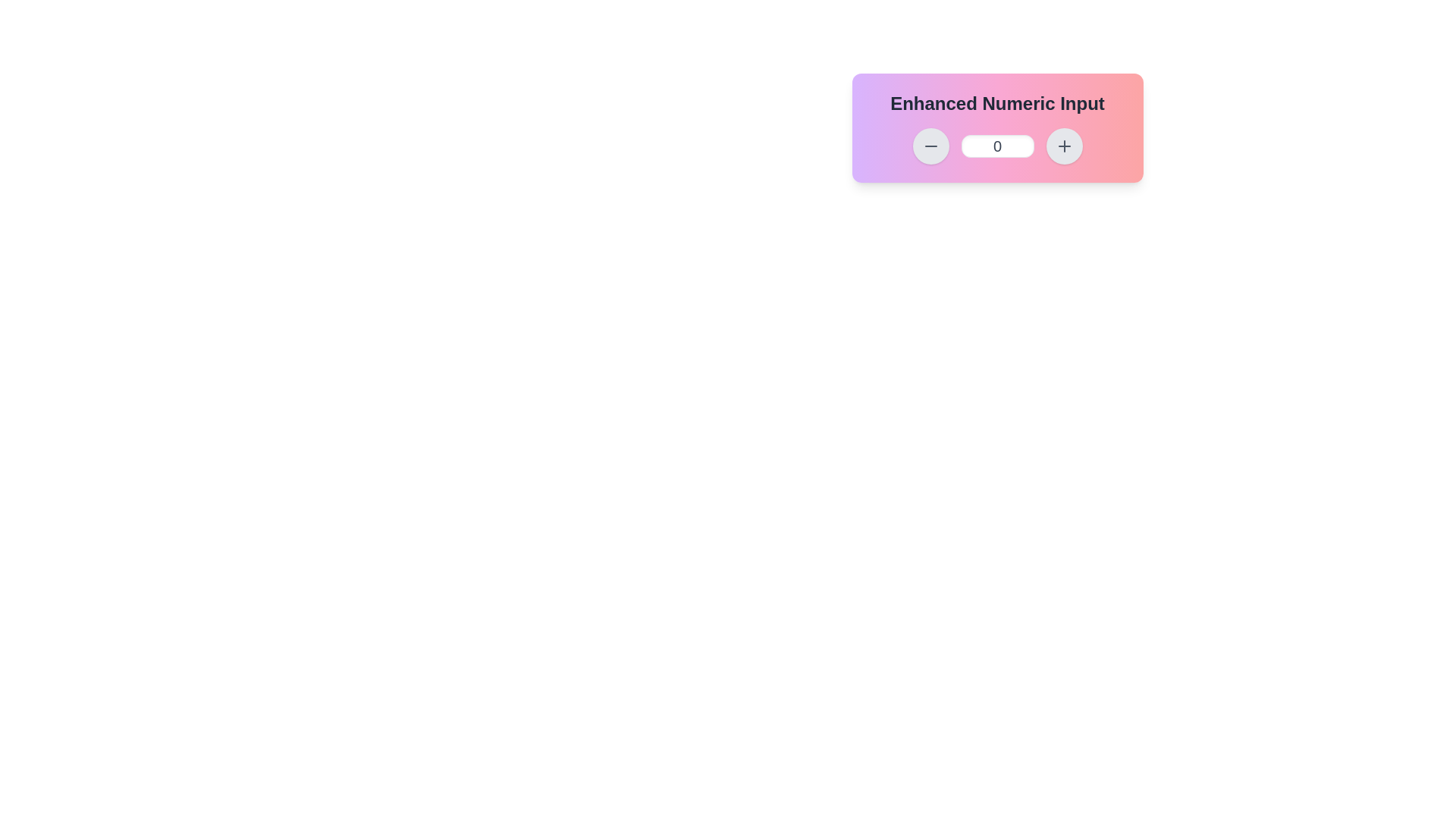  Describe the element at coordinates (1063, 146) in the screenshot. I see `the increment button located to the right of the numeric input field, which increases the value displayed when clicked` at that location.